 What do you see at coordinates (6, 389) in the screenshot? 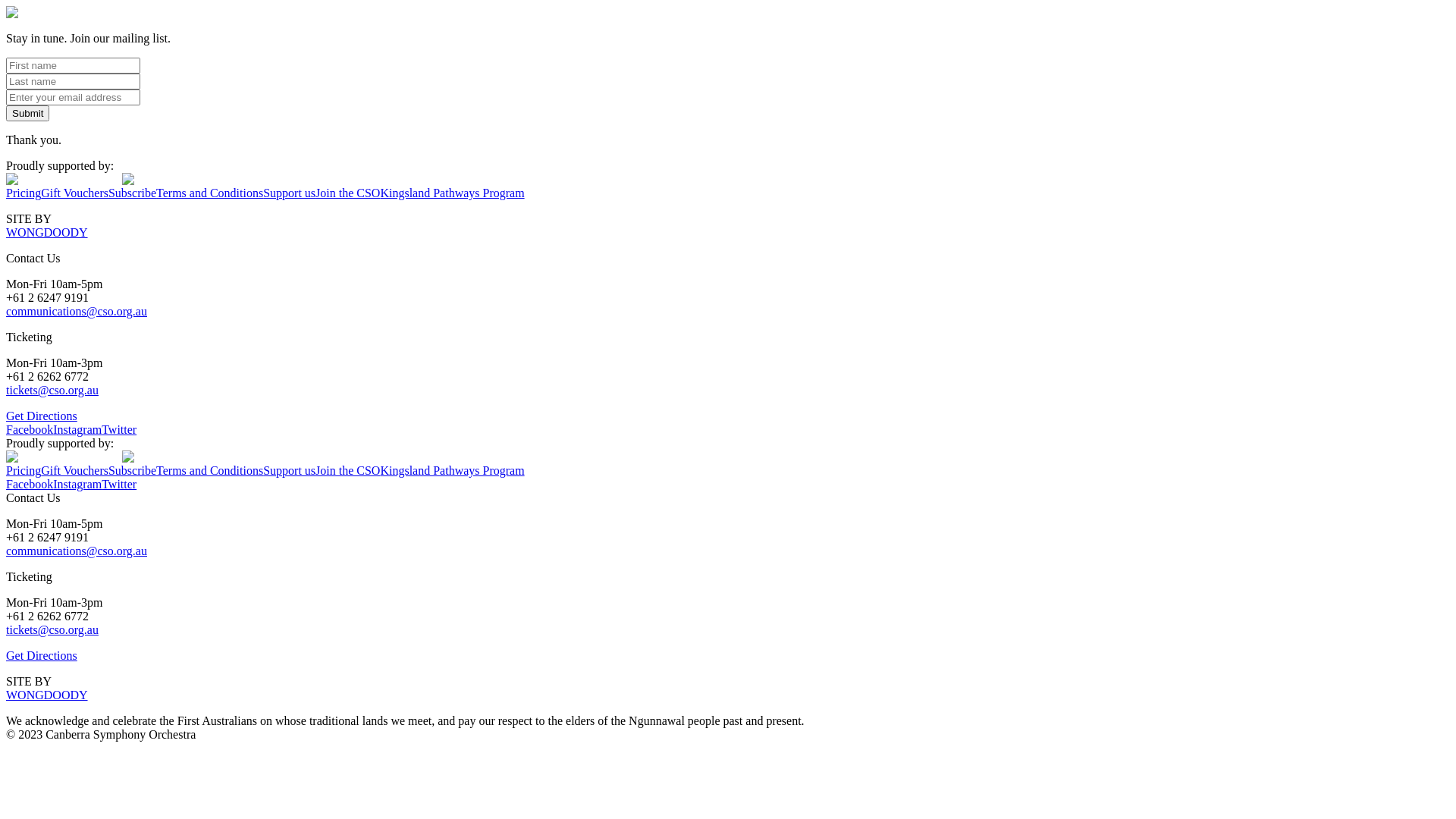
I see `'tickets@cso.org.au'` at bounding box center [6, 389].